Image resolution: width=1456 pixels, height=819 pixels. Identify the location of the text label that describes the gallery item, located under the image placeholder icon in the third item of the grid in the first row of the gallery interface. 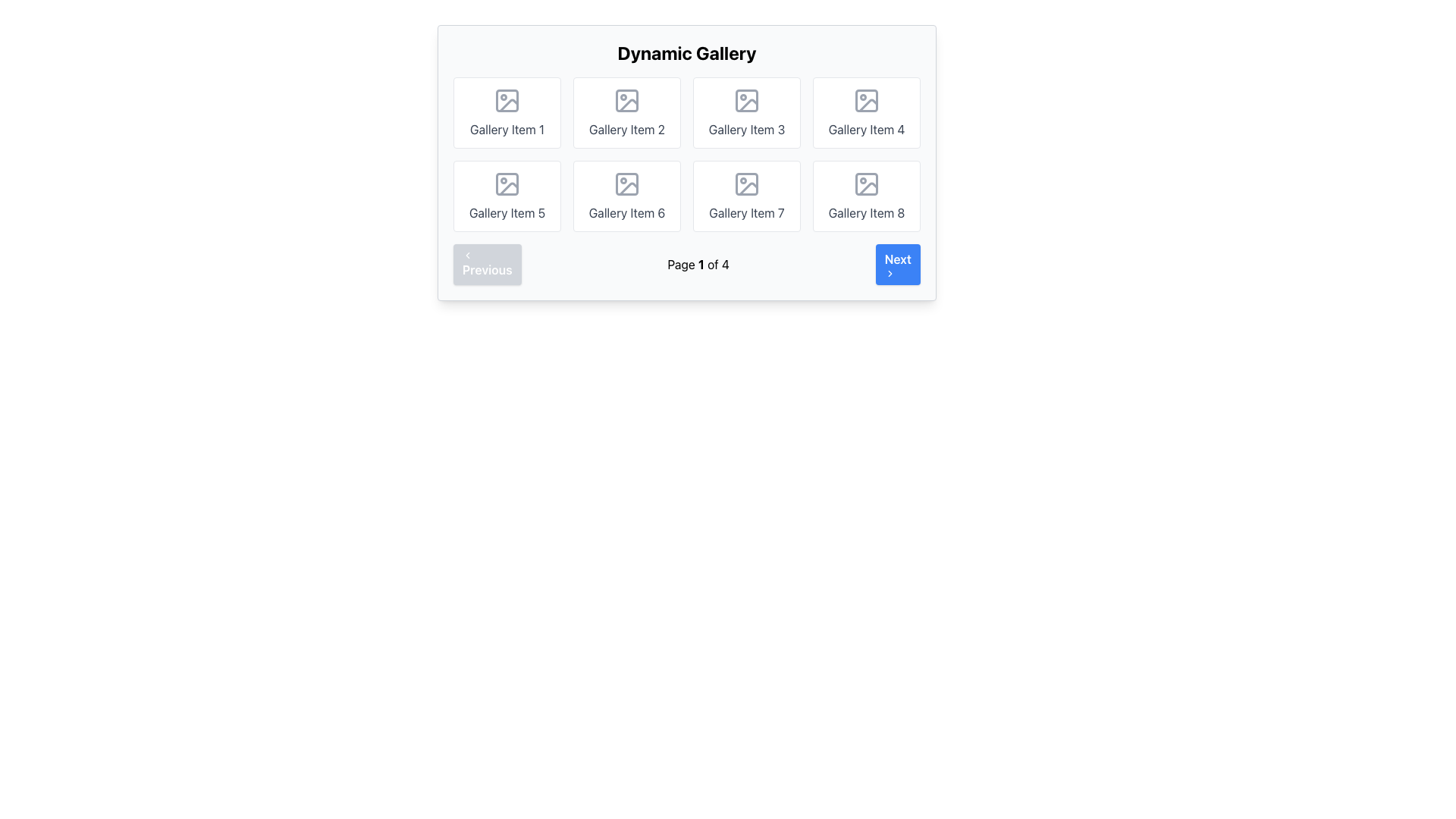
(746, 128).